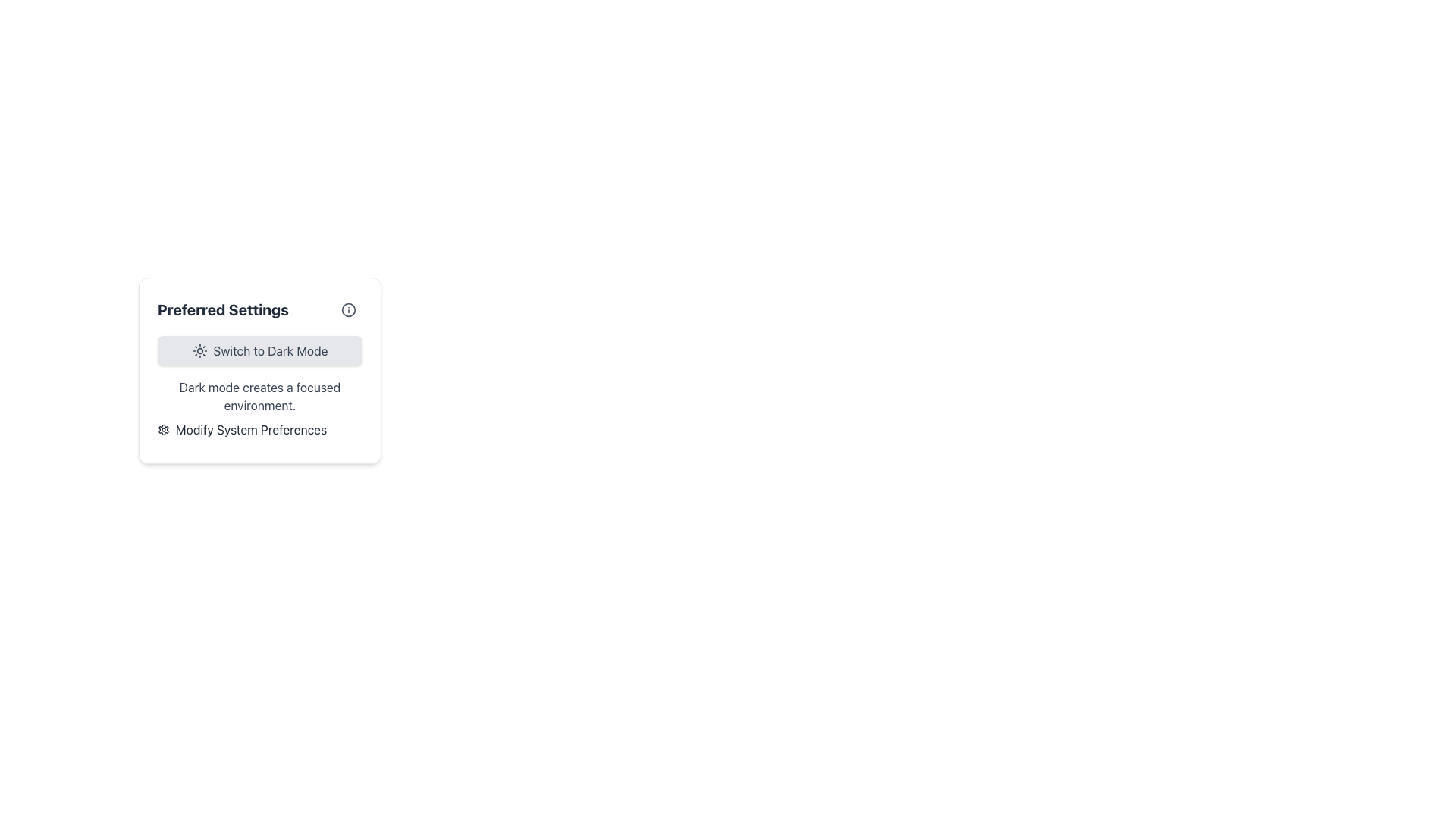  I want to click on and focus on the gear icon within the 'Modify System Preferences' section of the 'Preferred Settings' card element for additional options, so click(259, 371).